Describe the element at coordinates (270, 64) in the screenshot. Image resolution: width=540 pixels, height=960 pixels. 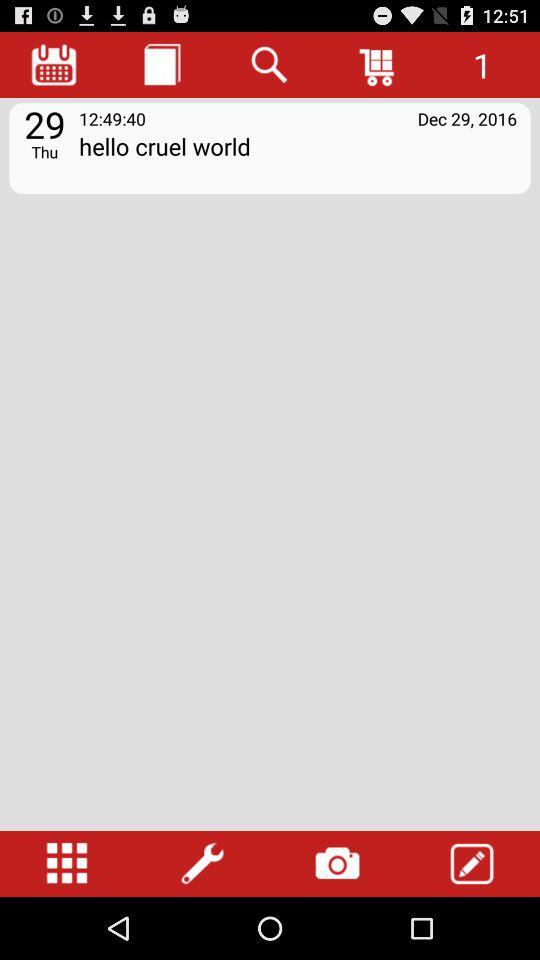
I see `to search for something` at that location.